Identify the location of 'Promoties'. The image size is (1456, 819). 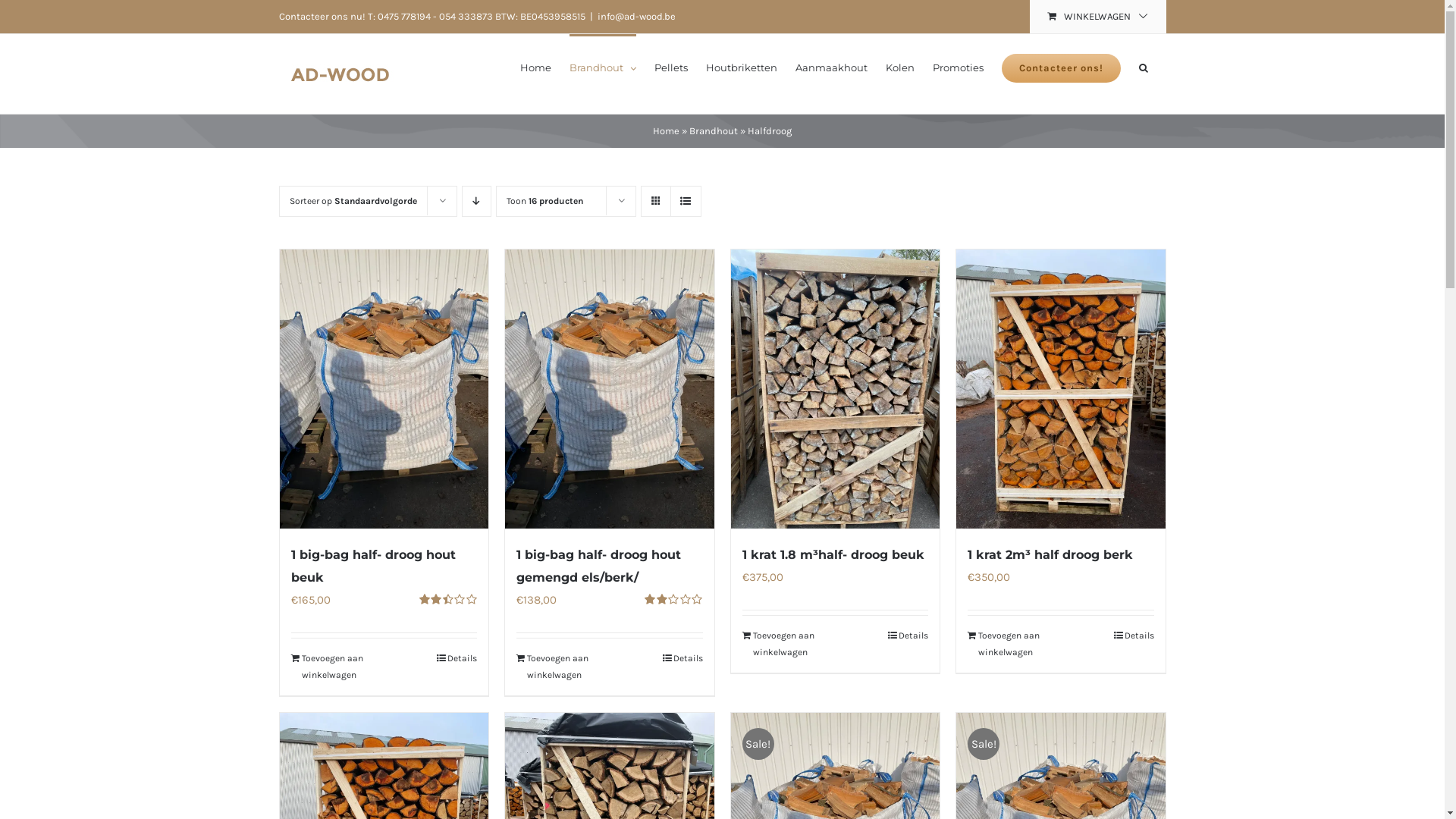
(957, 66).